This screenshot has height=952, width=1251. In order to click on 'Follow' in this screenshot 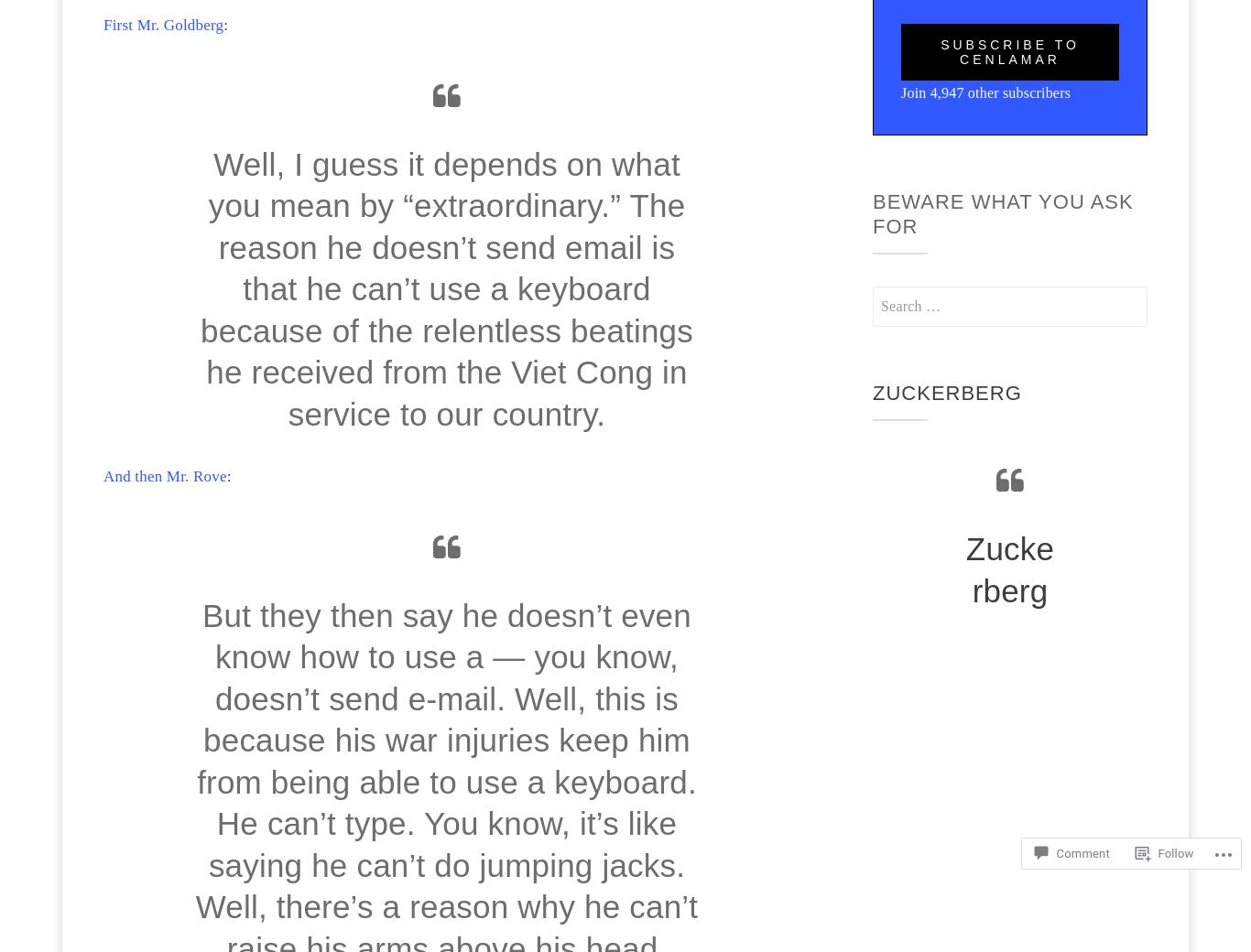, I will do `click(1174, 853)`.